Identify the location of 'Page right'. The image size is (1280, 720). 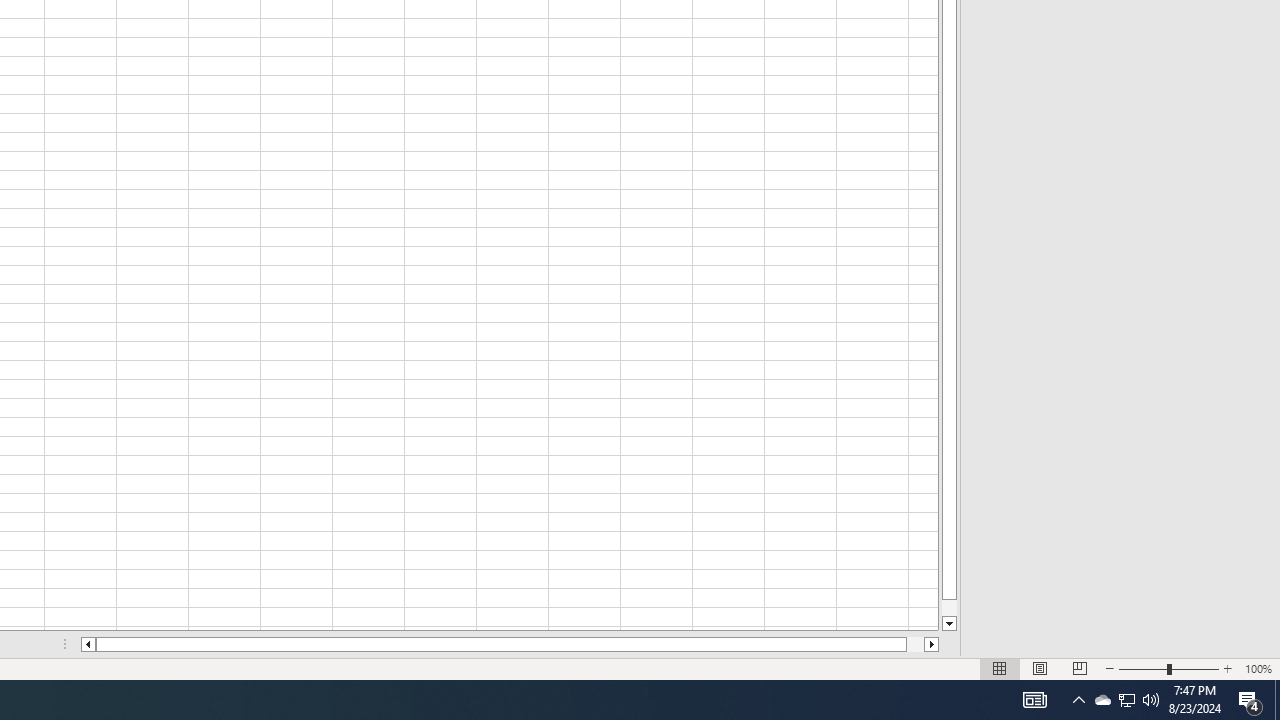
(914, 644).